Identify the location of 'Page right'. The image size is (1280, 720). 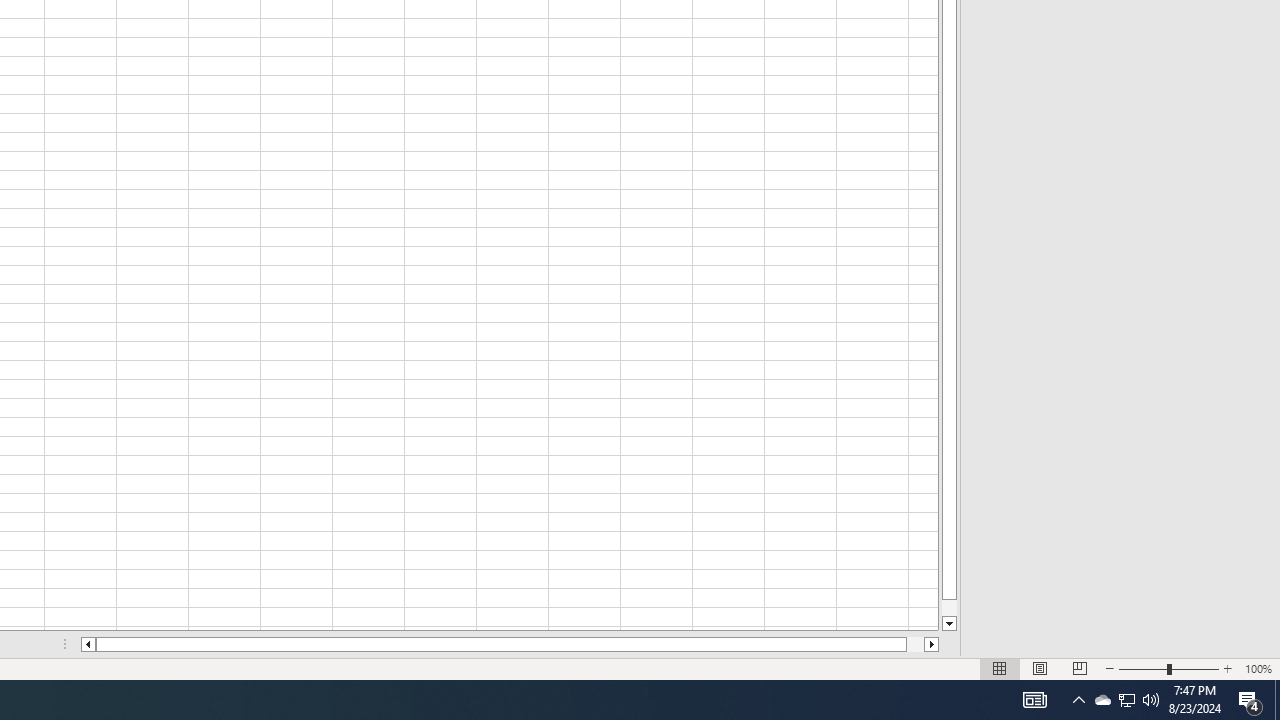
(914, 644).